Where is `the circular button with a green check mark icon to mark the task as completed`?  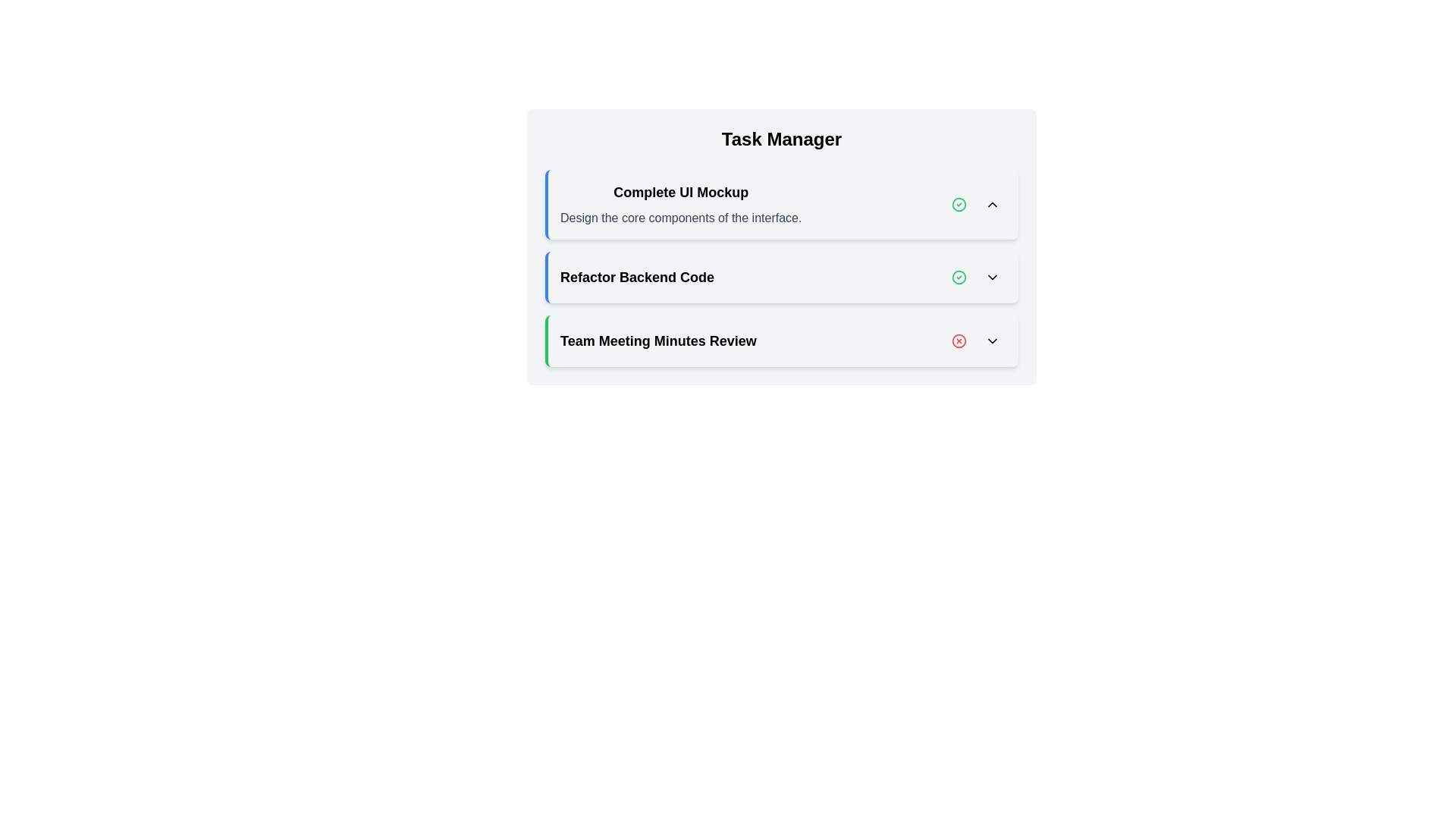 the circular button with a green check mark icon to mark the task as completed is located at coordinates (959, 278).